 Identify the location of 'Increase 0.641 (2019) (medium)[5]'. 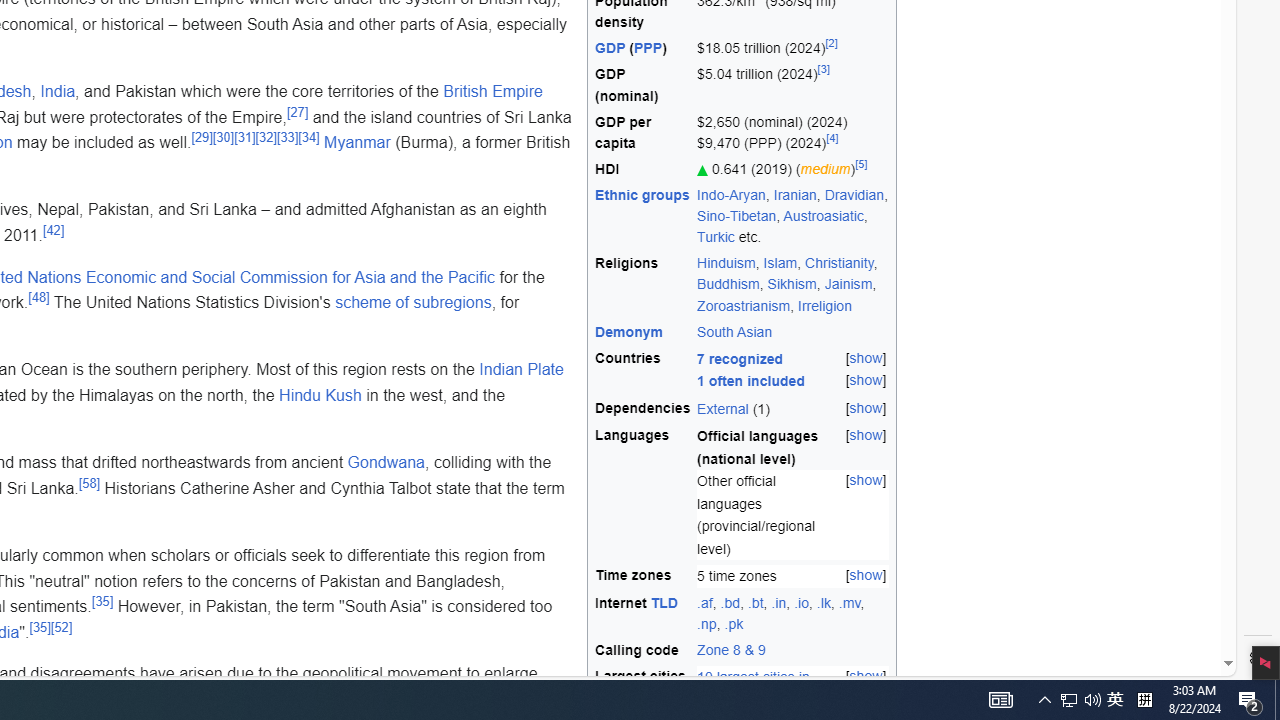
(792, 167).